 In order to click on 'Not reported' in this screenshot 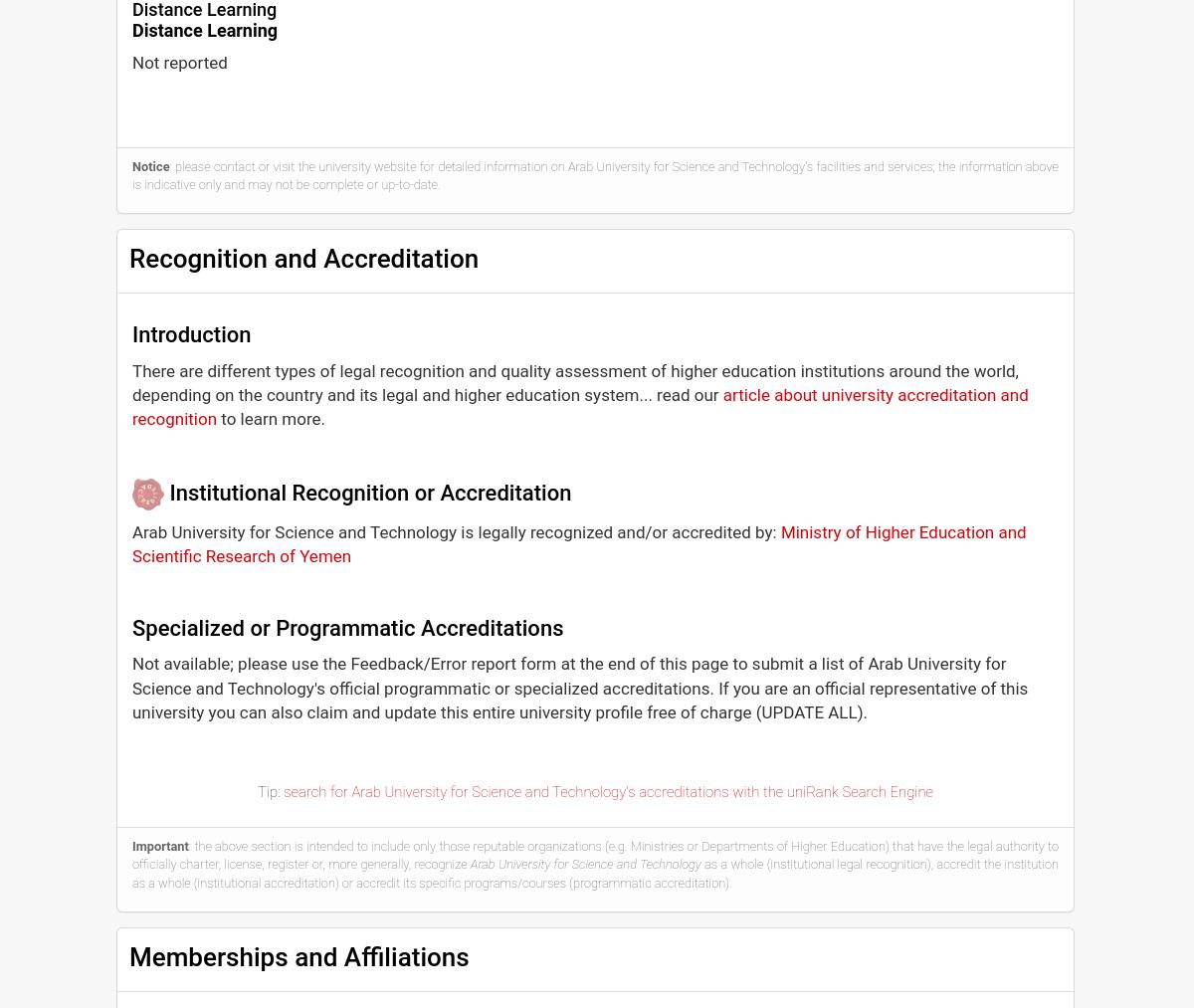, I will do `click(178, 60)`.